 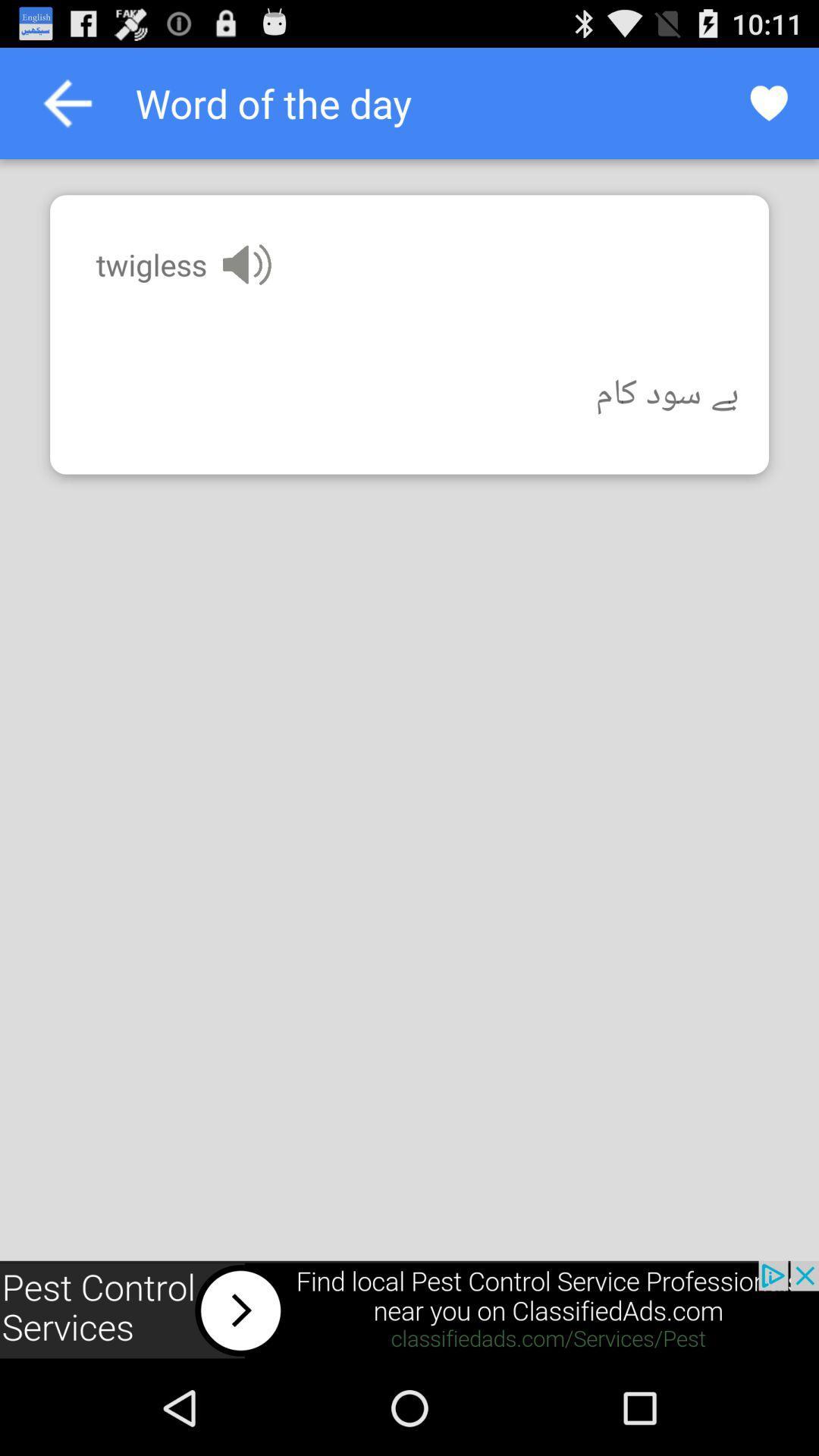 What do you see at coordinates (67, 102) in the screenshot?
I see `previous` at bounding box center [67, 102].